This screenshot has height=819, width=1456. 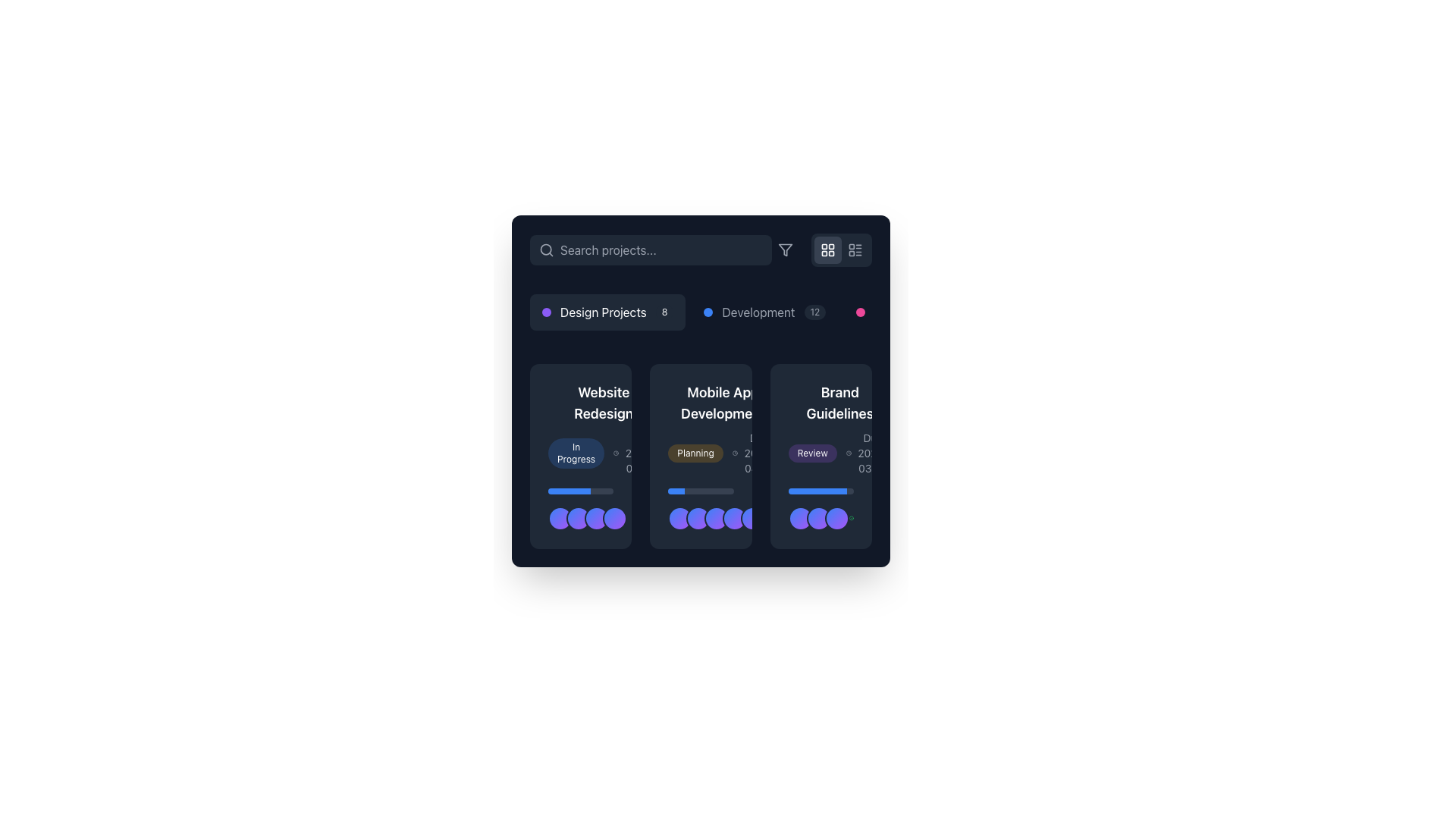 I want to click on the leftmost circular Decorative Icon, which features a blue to purple gradient and a gray border, located at the bottom section of the leftmost card in a set of three horizontally aligned cards, so click(x=560, y=517).